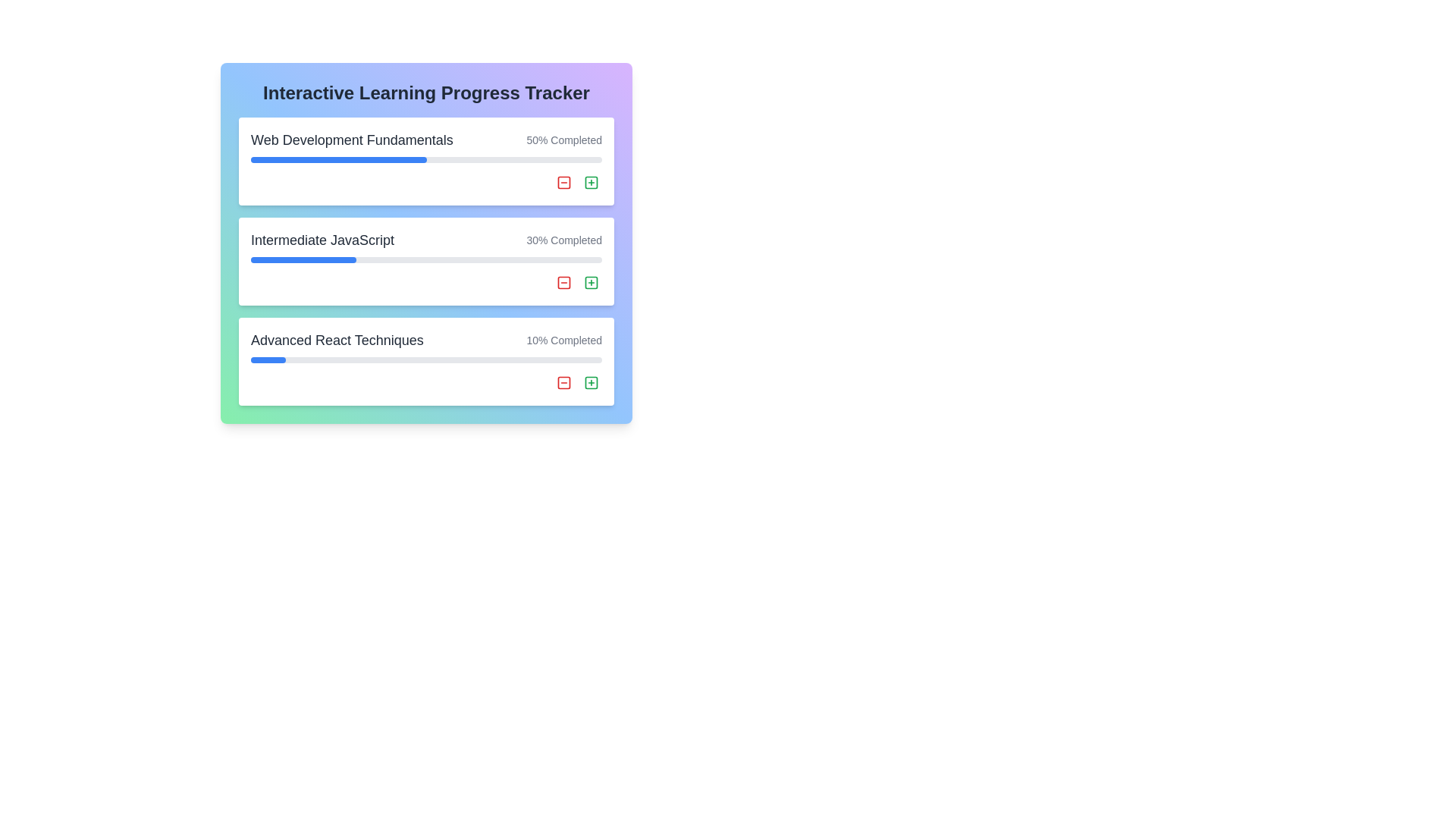 This screenshot has height=819, width=1456. I want to click on the text label that displays '30% Completed', styled in small gray font, located to the right of 'Intermediate JavaScript' within a list of progress items, so click(563, 239).